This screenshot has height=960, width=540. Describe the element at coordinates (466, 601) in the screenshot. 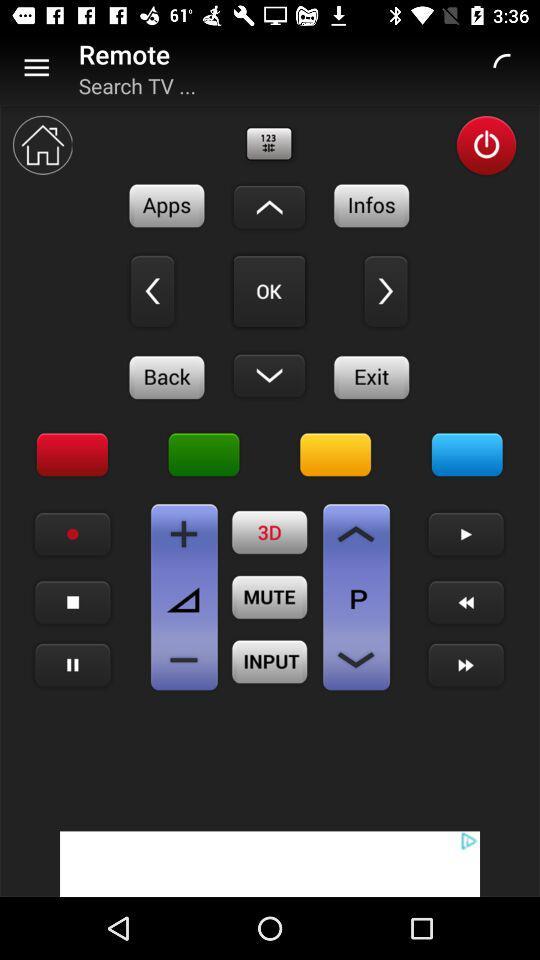

I see `go back` at that location.